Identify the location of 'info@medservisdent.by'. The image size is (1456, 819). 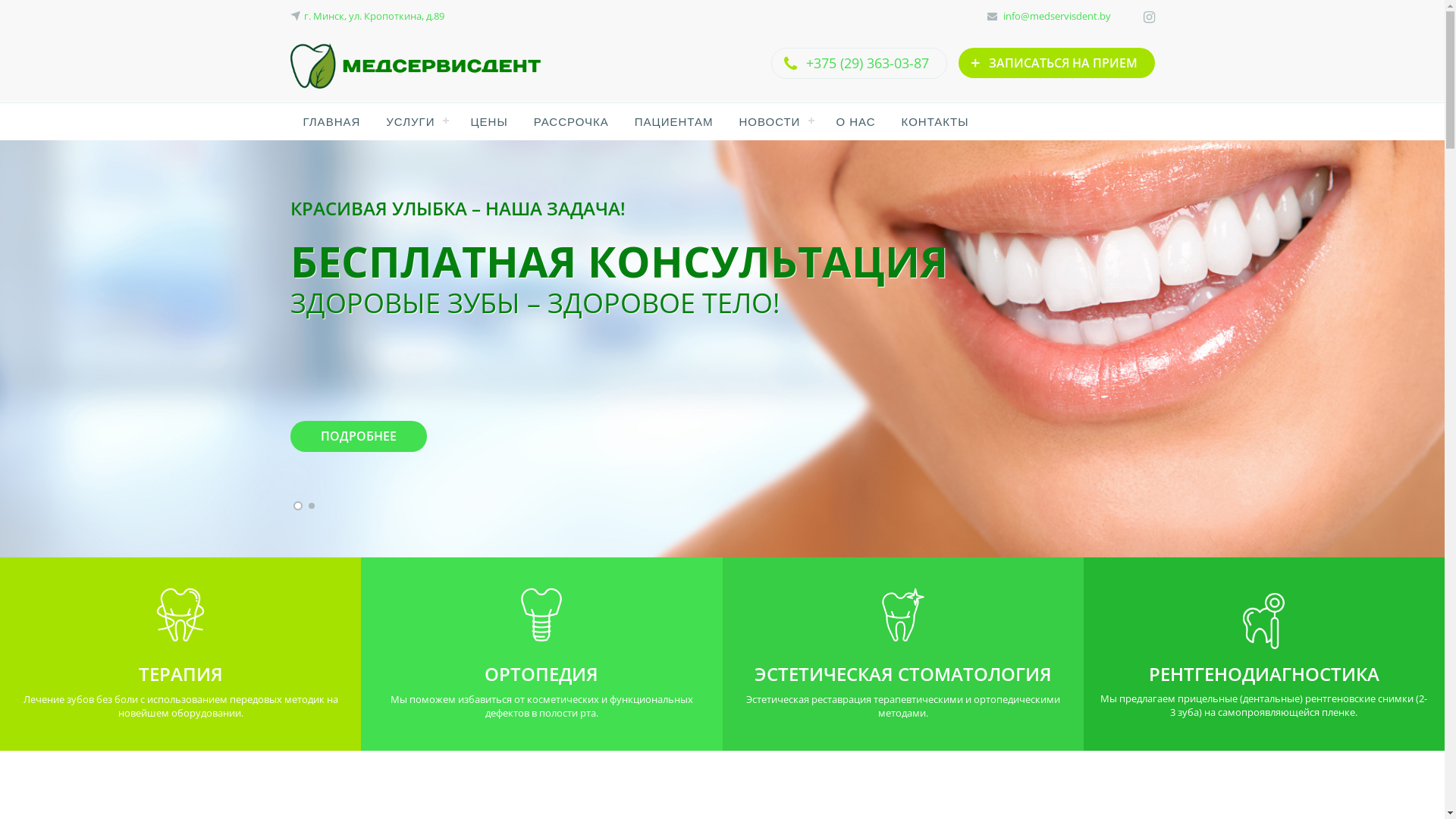
(1002, 15).